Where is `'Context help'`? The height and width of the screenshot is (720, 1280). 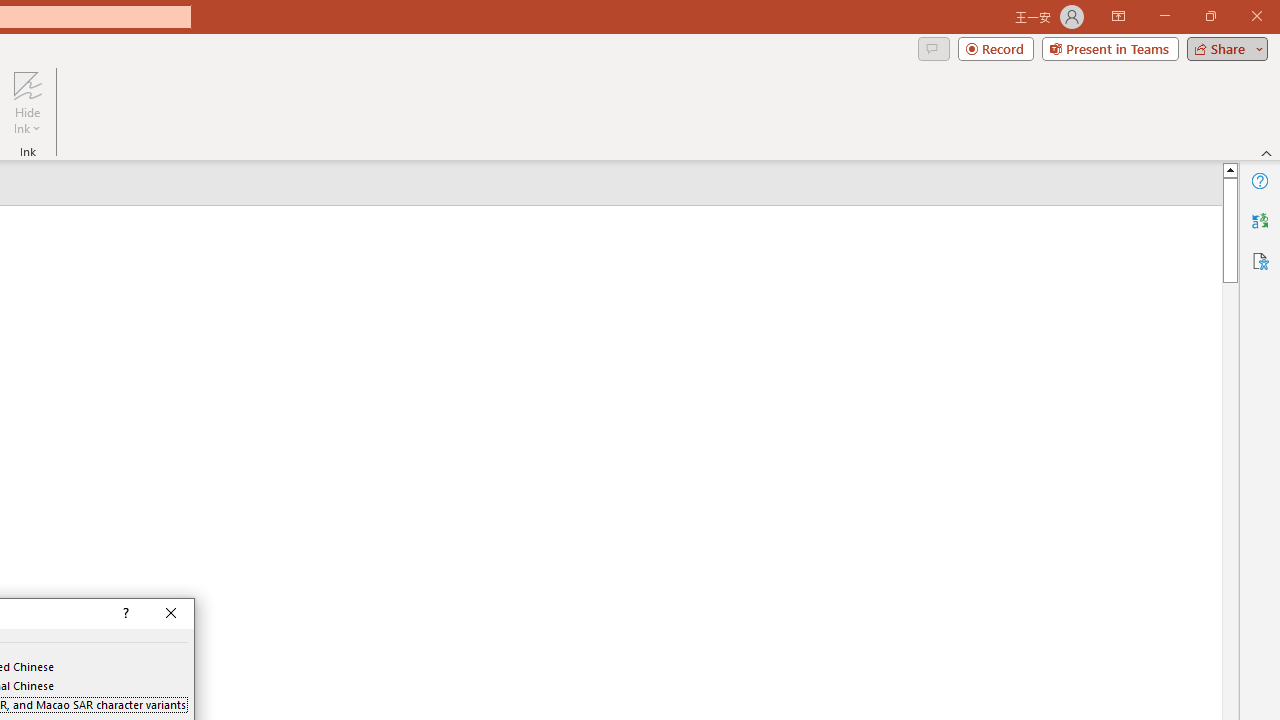 'Context help' is located at coordinates (123, 613).